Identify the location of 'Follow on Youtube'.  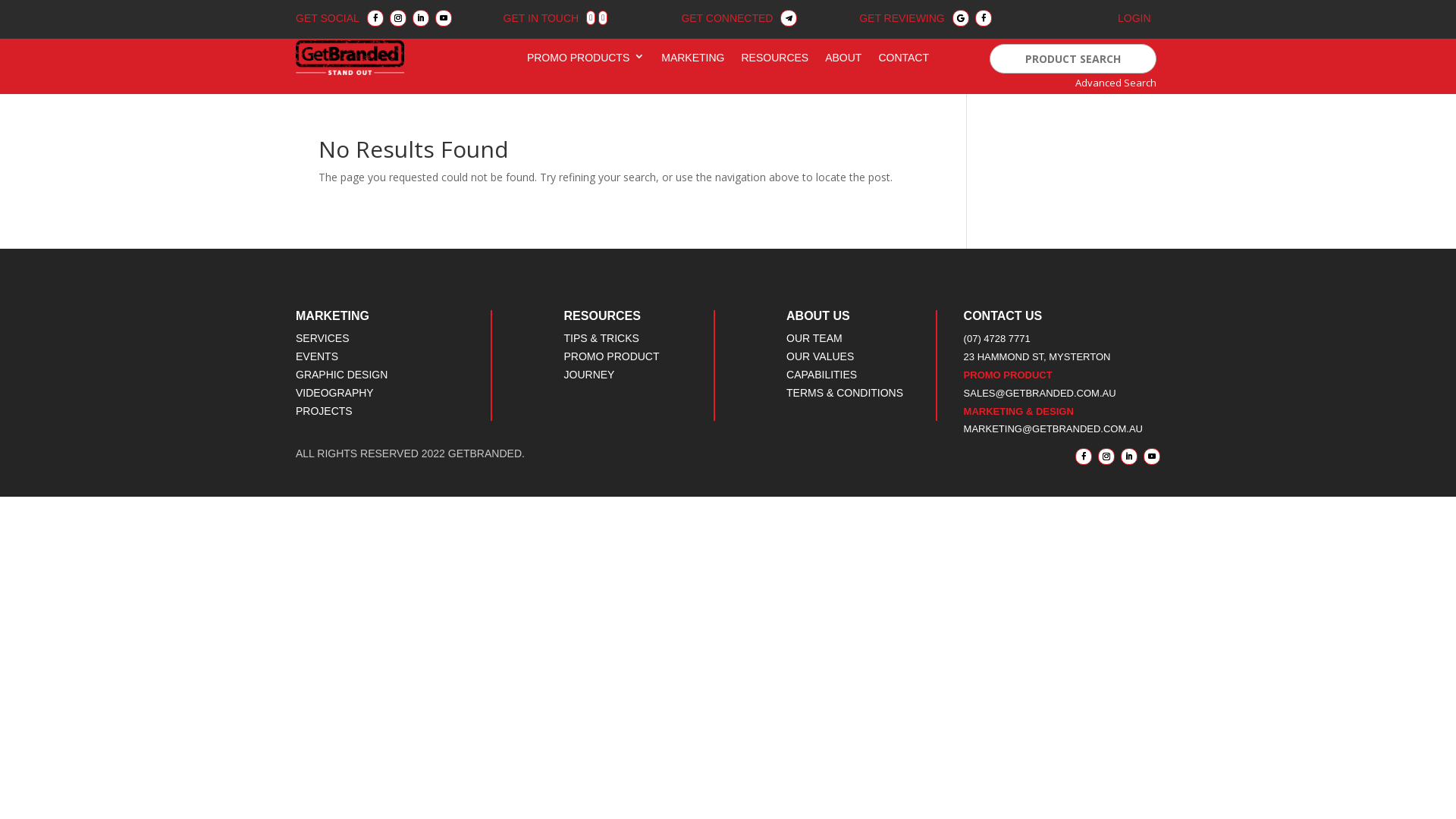
(443, 17).